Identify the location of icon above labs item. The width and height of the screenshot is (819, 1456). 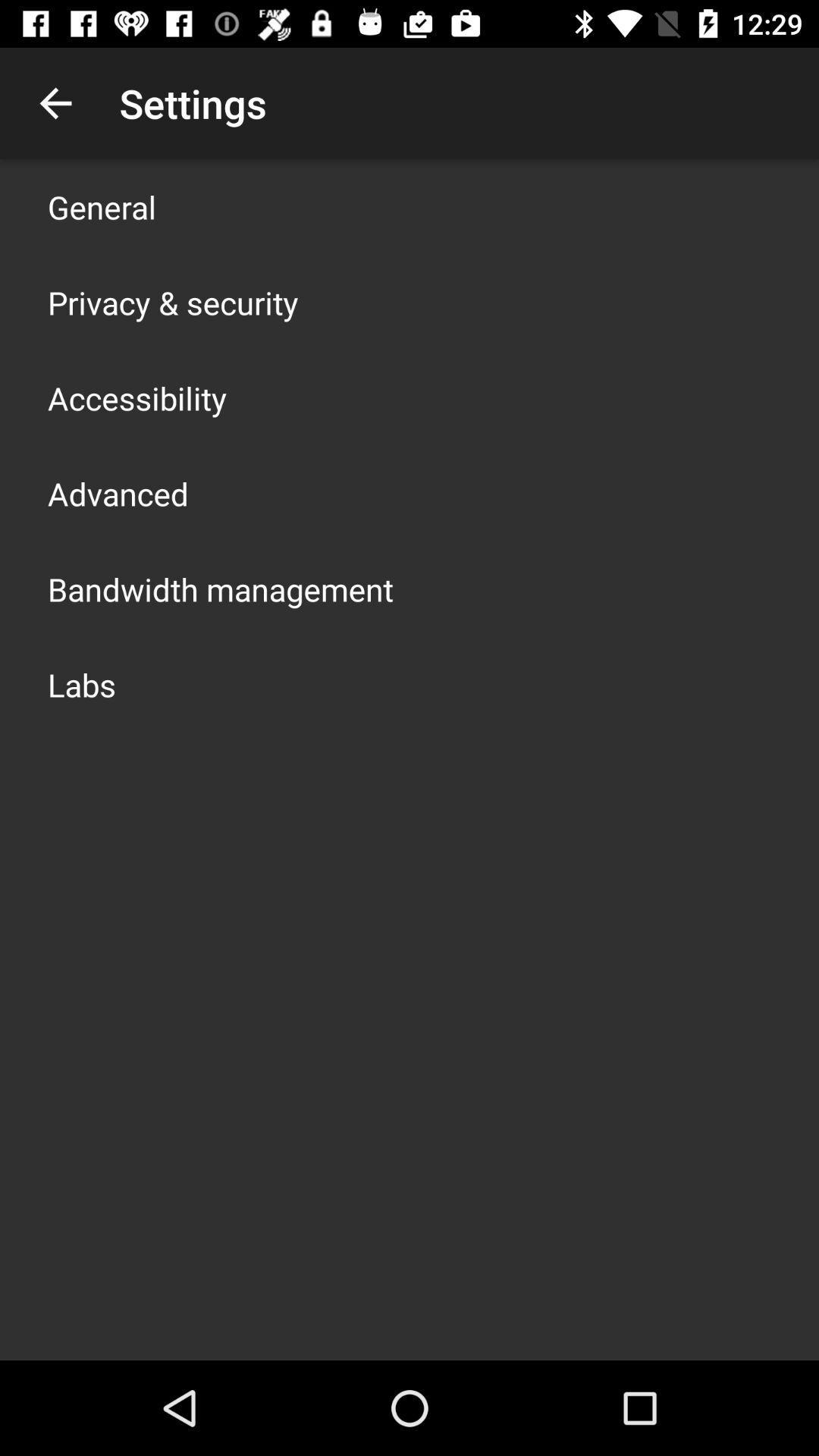
(220, 588).